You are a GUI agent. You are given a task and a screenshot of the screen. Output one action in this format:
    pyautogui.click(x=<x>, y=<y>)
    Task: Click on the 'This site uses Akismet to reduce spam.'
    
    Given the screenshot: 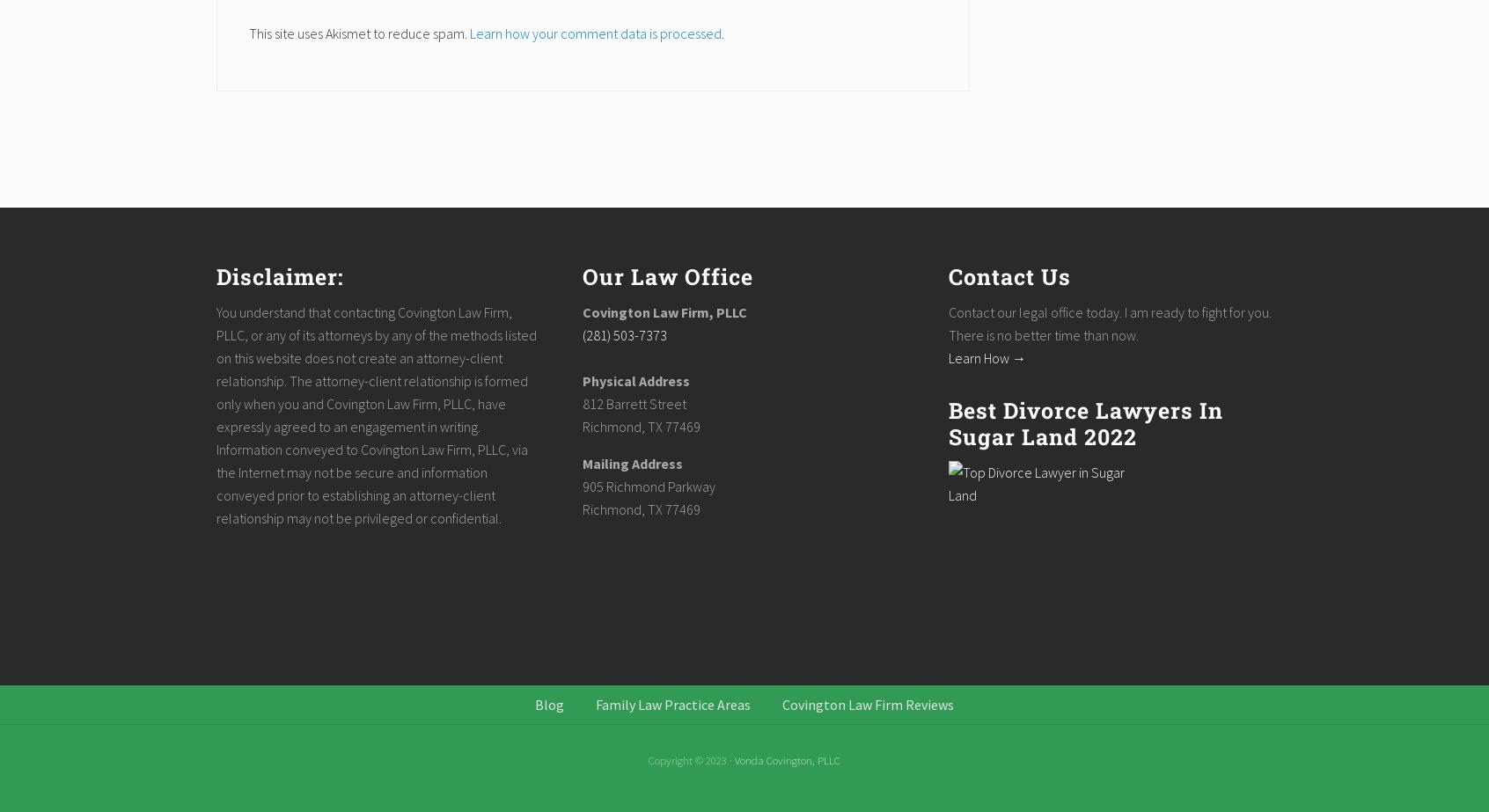 What is the action you would take?
    pyautogui.click(x=359, y=33)
    